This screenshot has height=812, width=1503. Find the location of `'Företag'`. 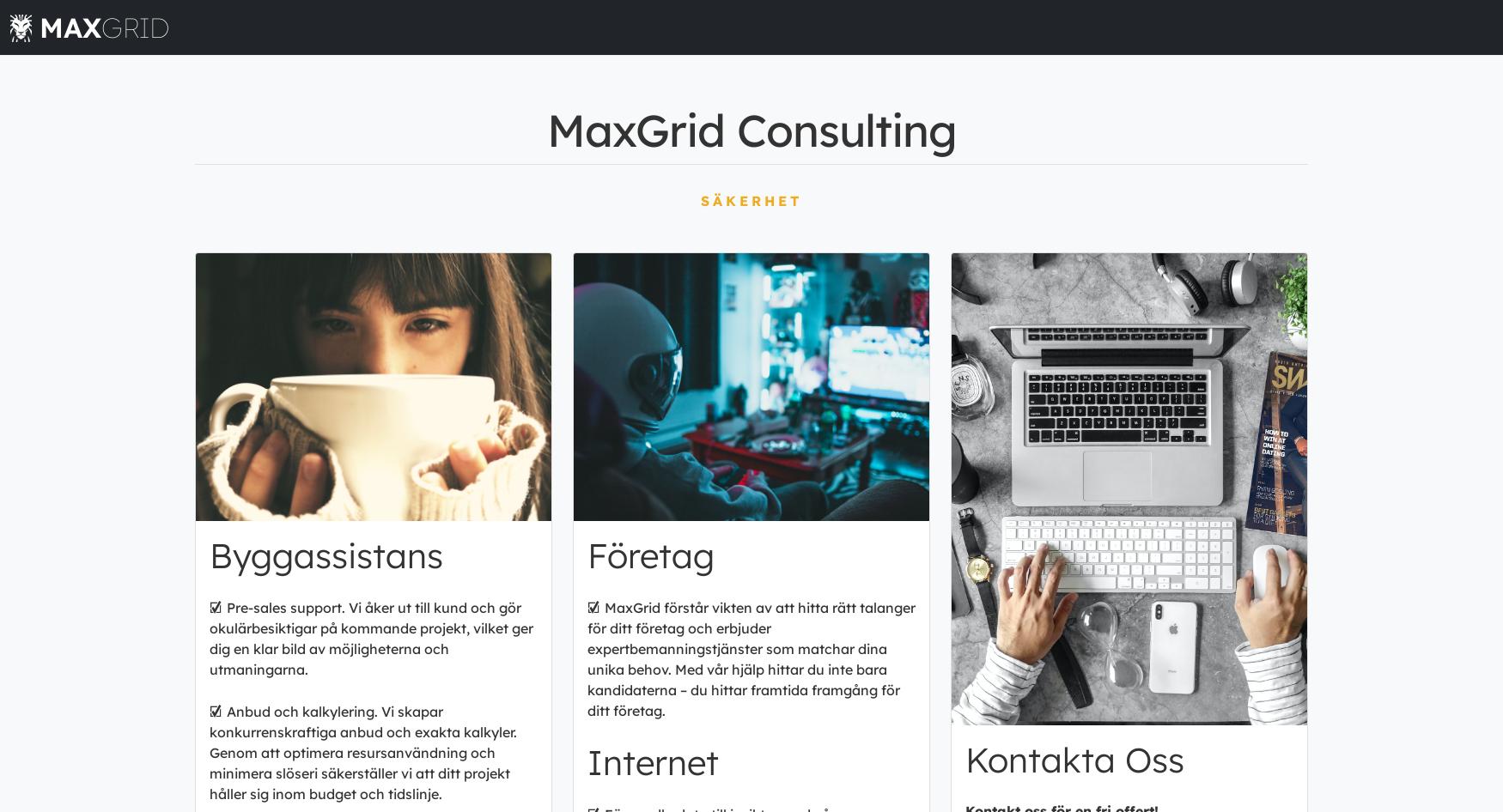

'Företag' is located at coordinates (649, 554).